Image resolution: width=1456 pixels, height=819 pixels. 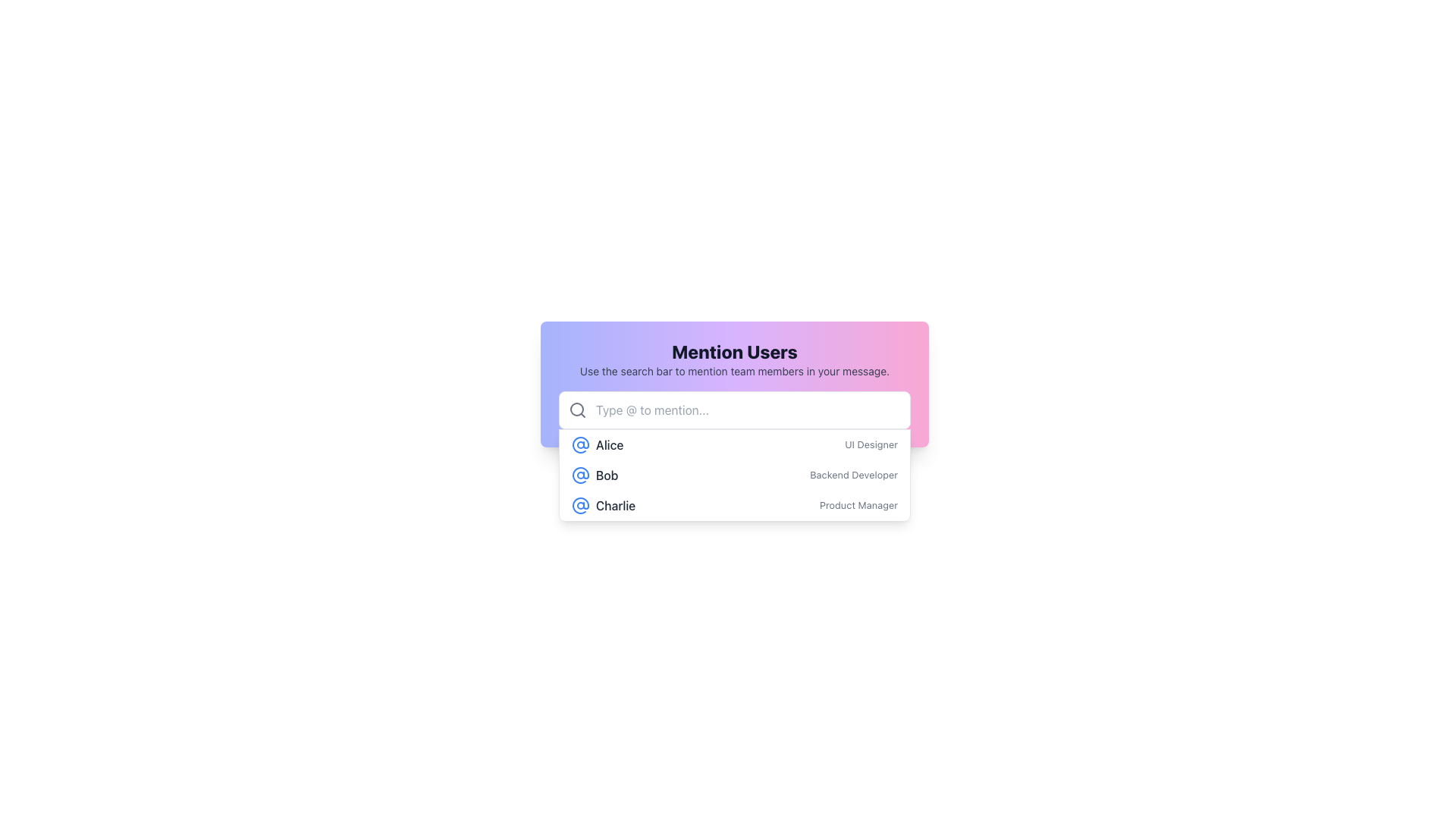 I want to click on the first list item in the dropdown that represents the user 'Alice' who is a 'UI Designer' to trigger hover-specific effects, so click(x=735, y=444).